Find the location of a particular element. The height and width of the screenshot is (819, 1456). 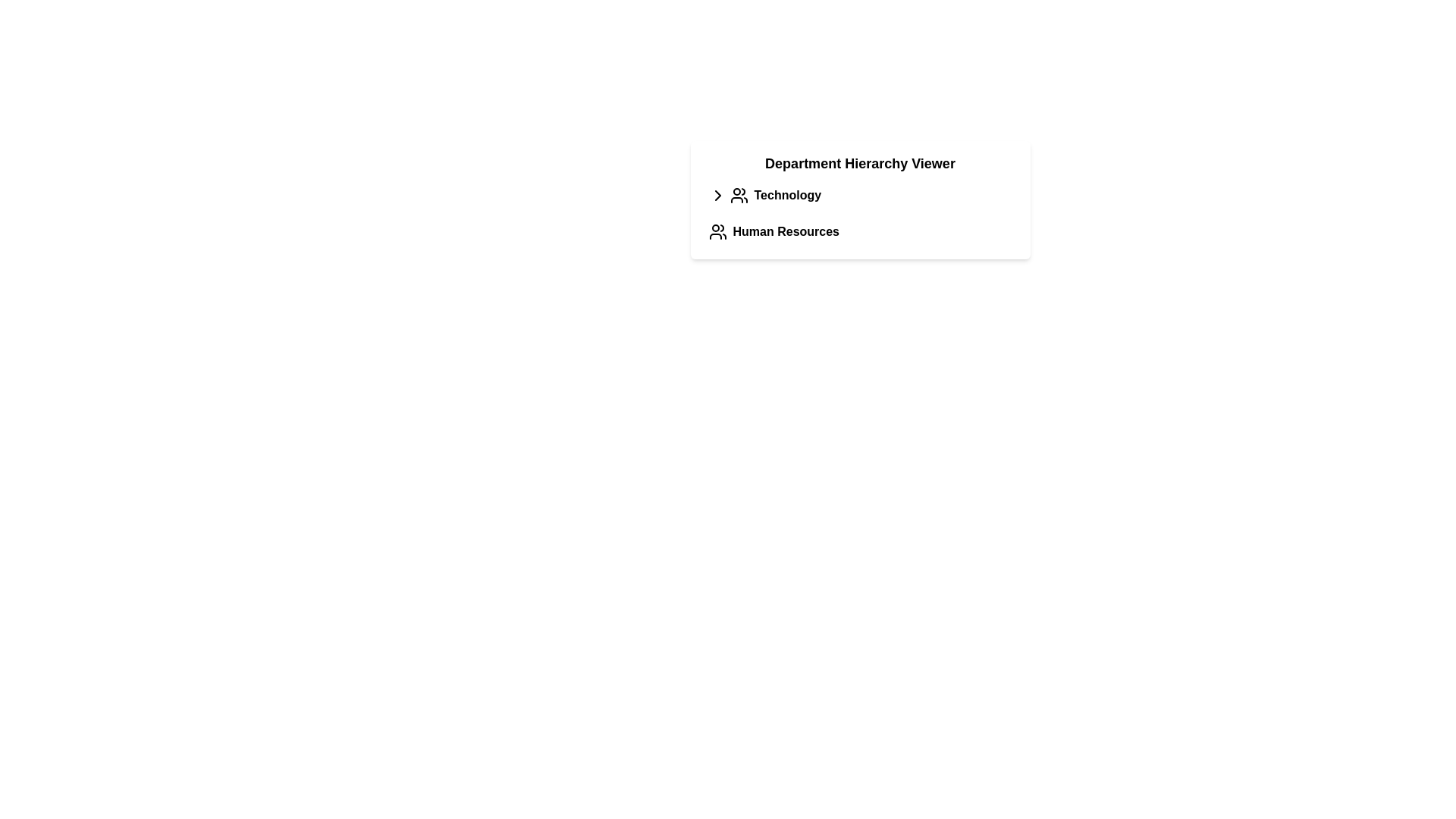

the icon depicting a group of users, located to the left of the text 'Human Resources' is located at coordinates (717, 231).